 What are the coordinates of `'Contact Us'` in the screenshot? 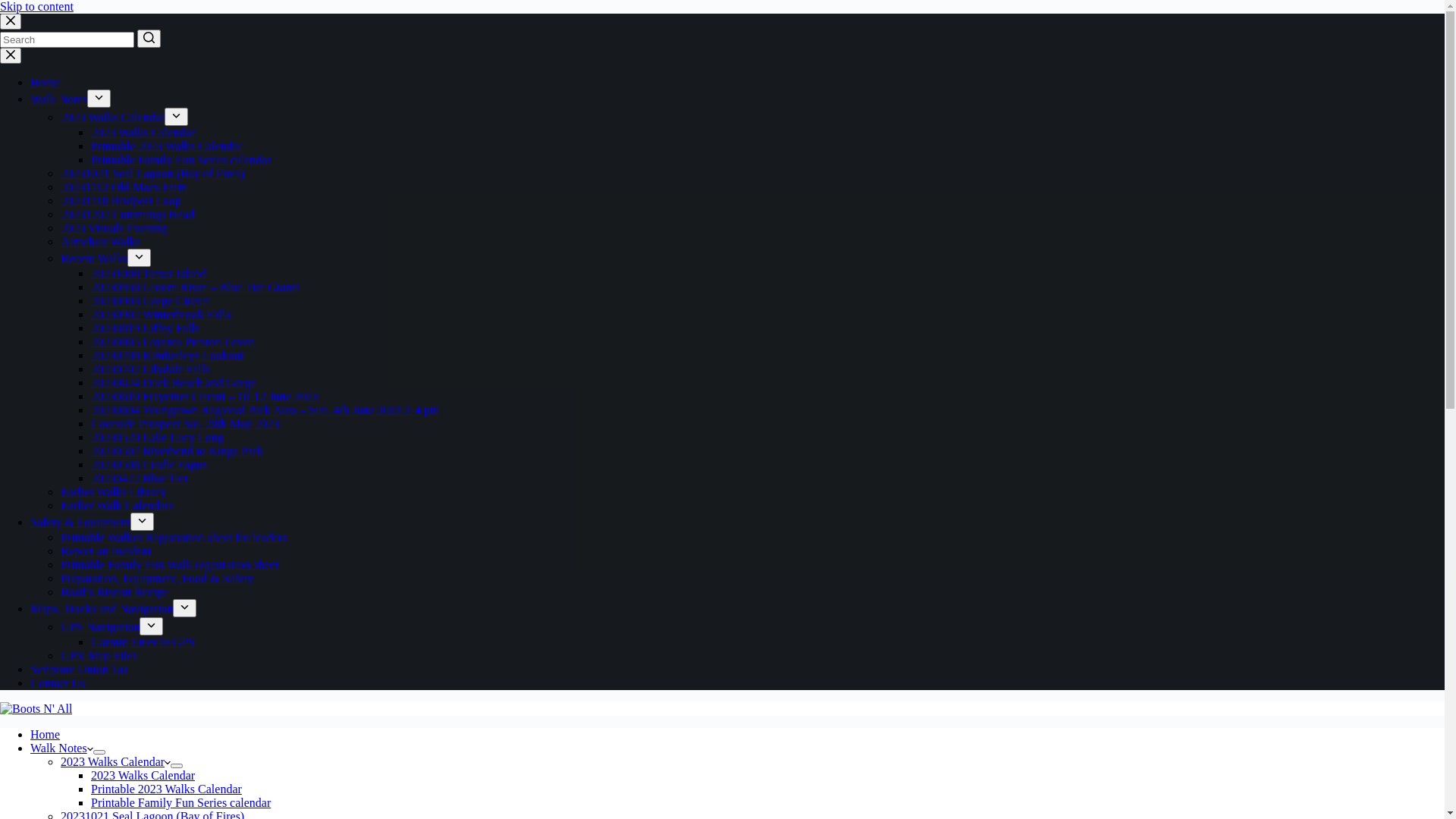 It's located at (58, 682).